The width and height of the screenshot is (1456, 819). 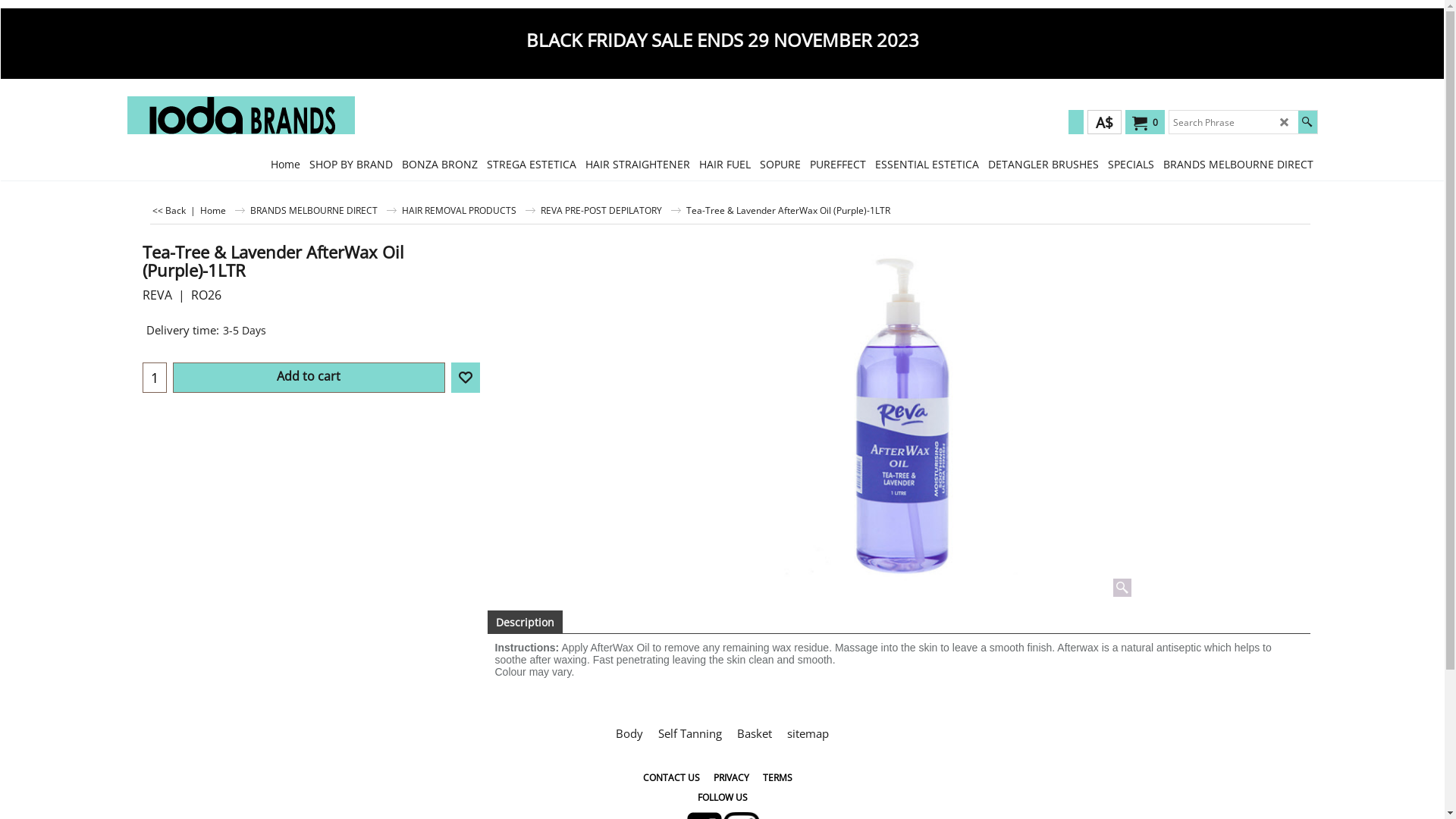 I want to click on 'DETANGLER BRUSHES', so click(x=1041, y=163).